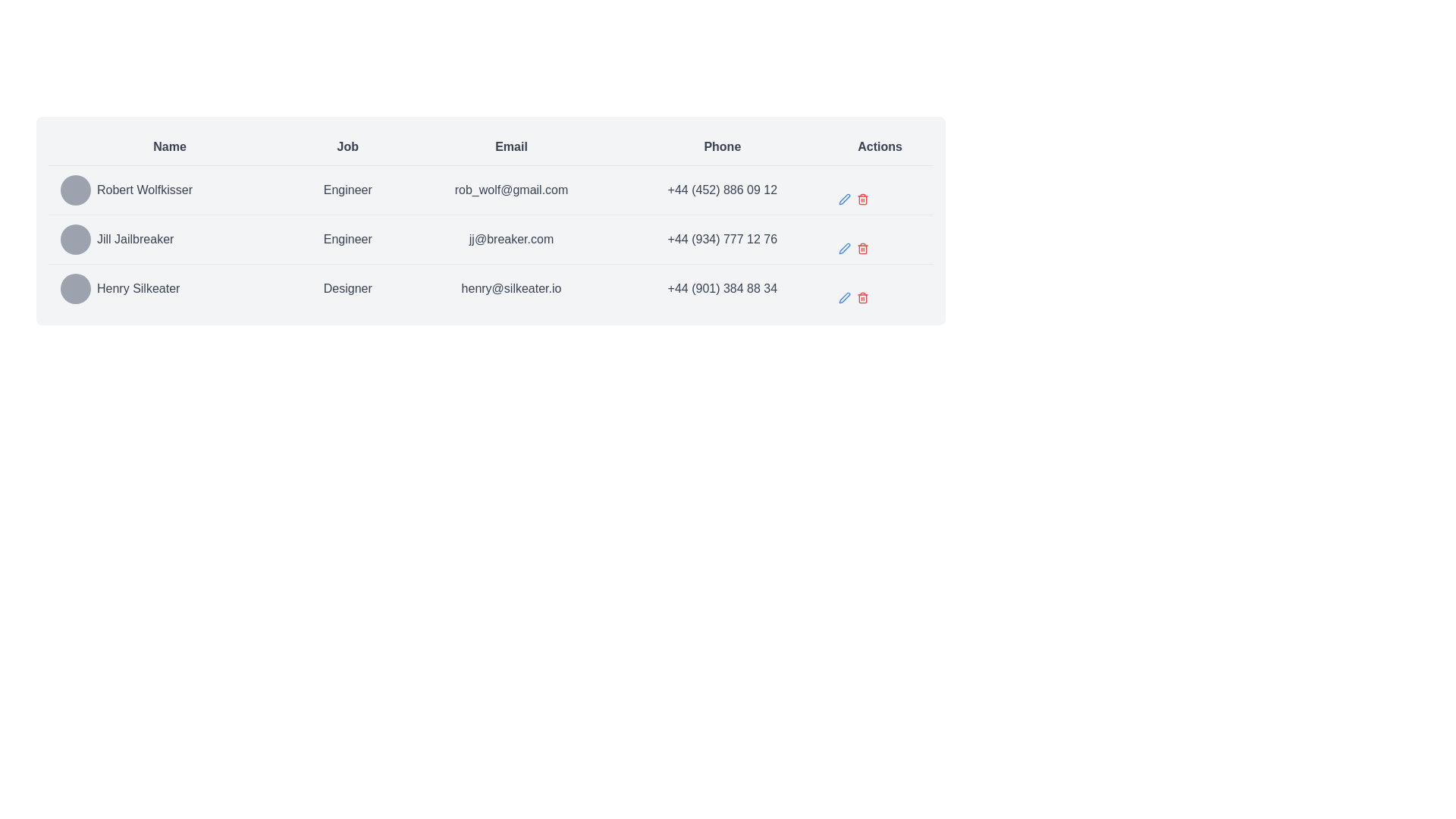 This screenshot has width=1456, height=819. I want to click on text displayed as 'henry@silkeater.io' in the third row of the table under the 'Email' column, so click(511, 288).